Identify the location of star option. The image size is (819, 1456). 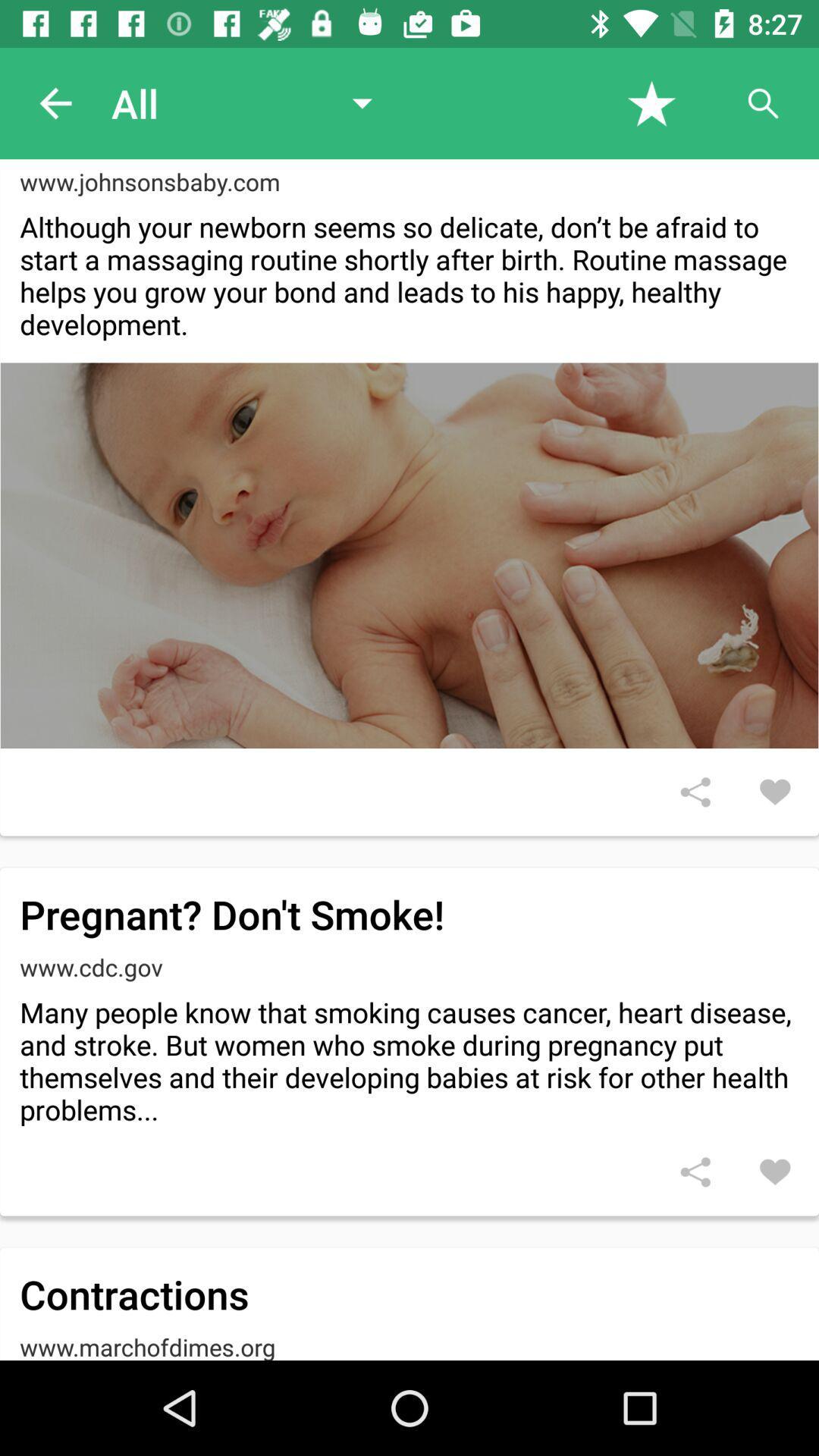
(651, 102).